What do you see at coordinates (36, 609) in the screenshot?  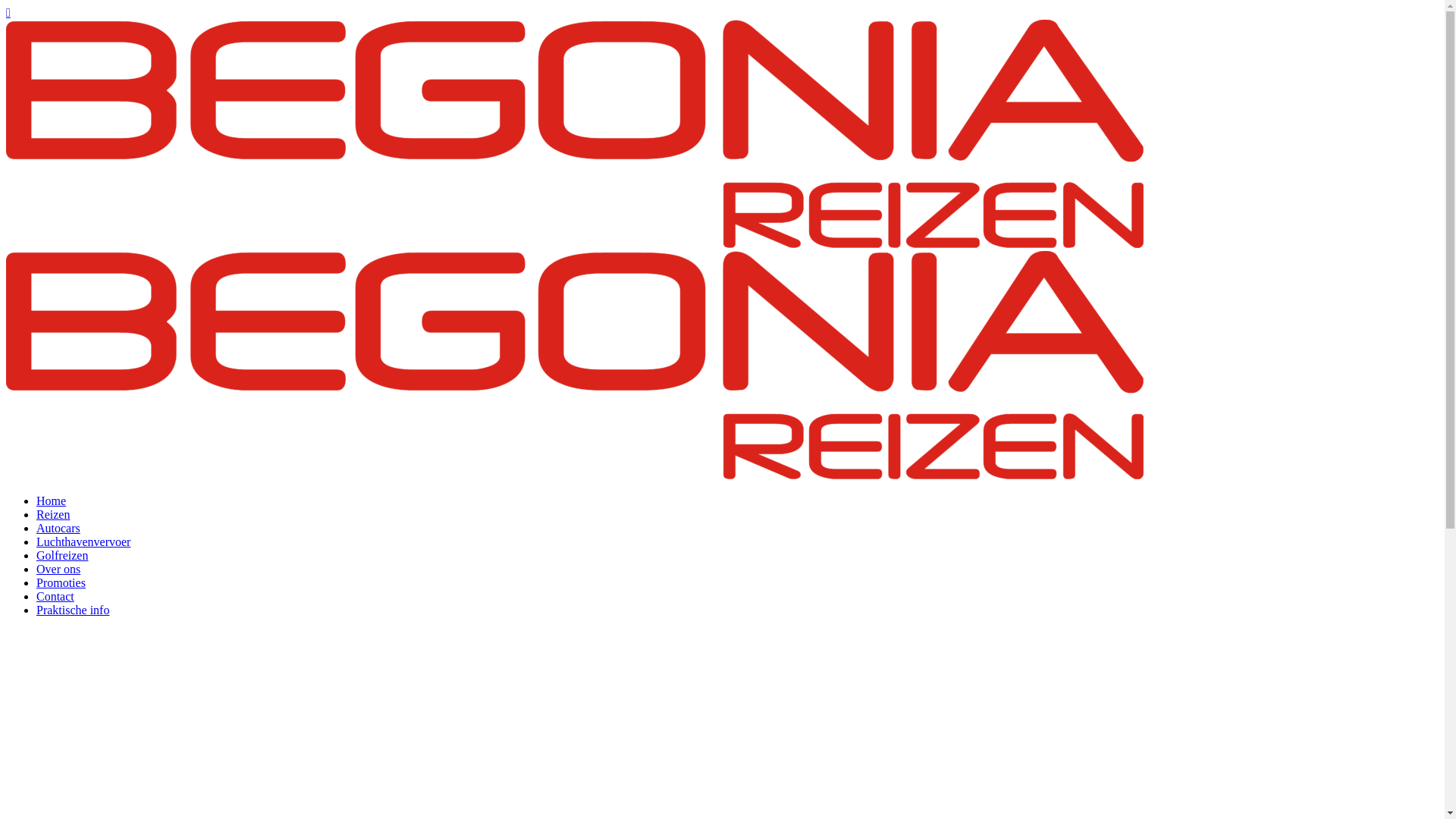 I see `'Praktische info'` at bounding box center [36, 609].